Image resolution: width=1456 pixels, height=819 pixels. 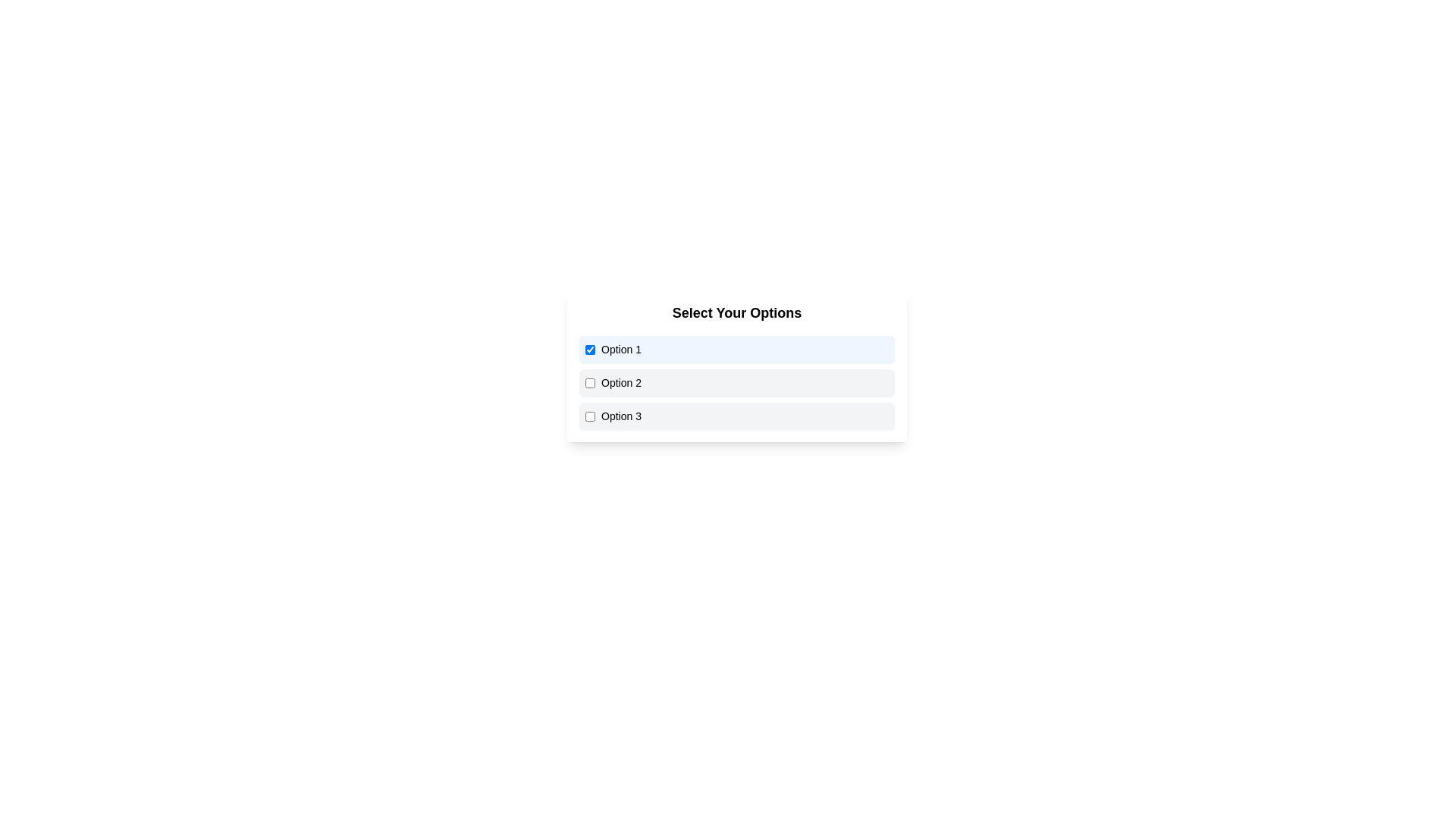 What do you see at coordinates (621, 350) in the screenshot?
I see `the text label that provides descriptive context for the adjacent checkbox, located to the right of the first checkbox in a vertical list of selectable options` at bounding box center [621, 350].